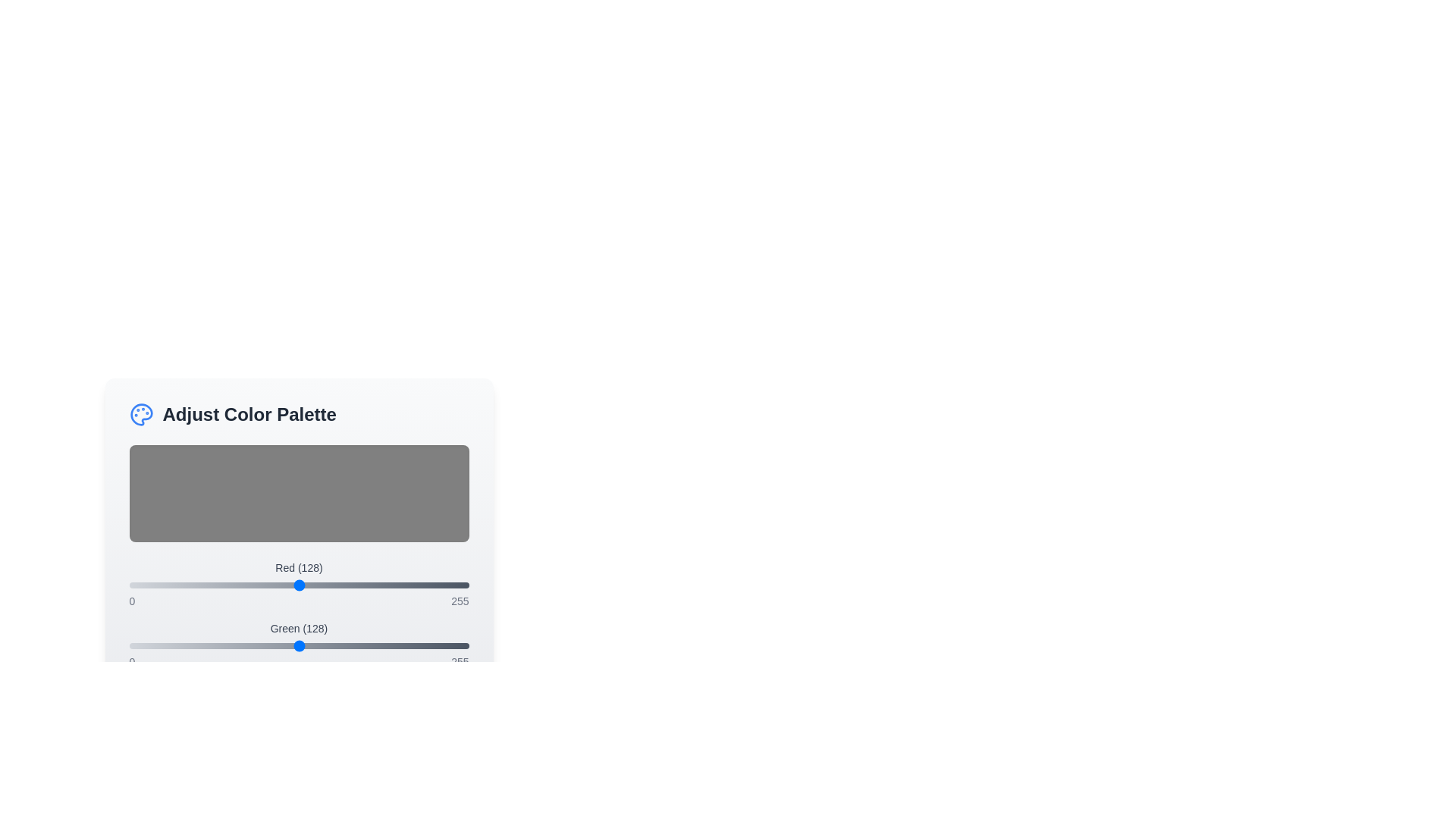  I want to click on the red color slider to 70, so click(221, 584).